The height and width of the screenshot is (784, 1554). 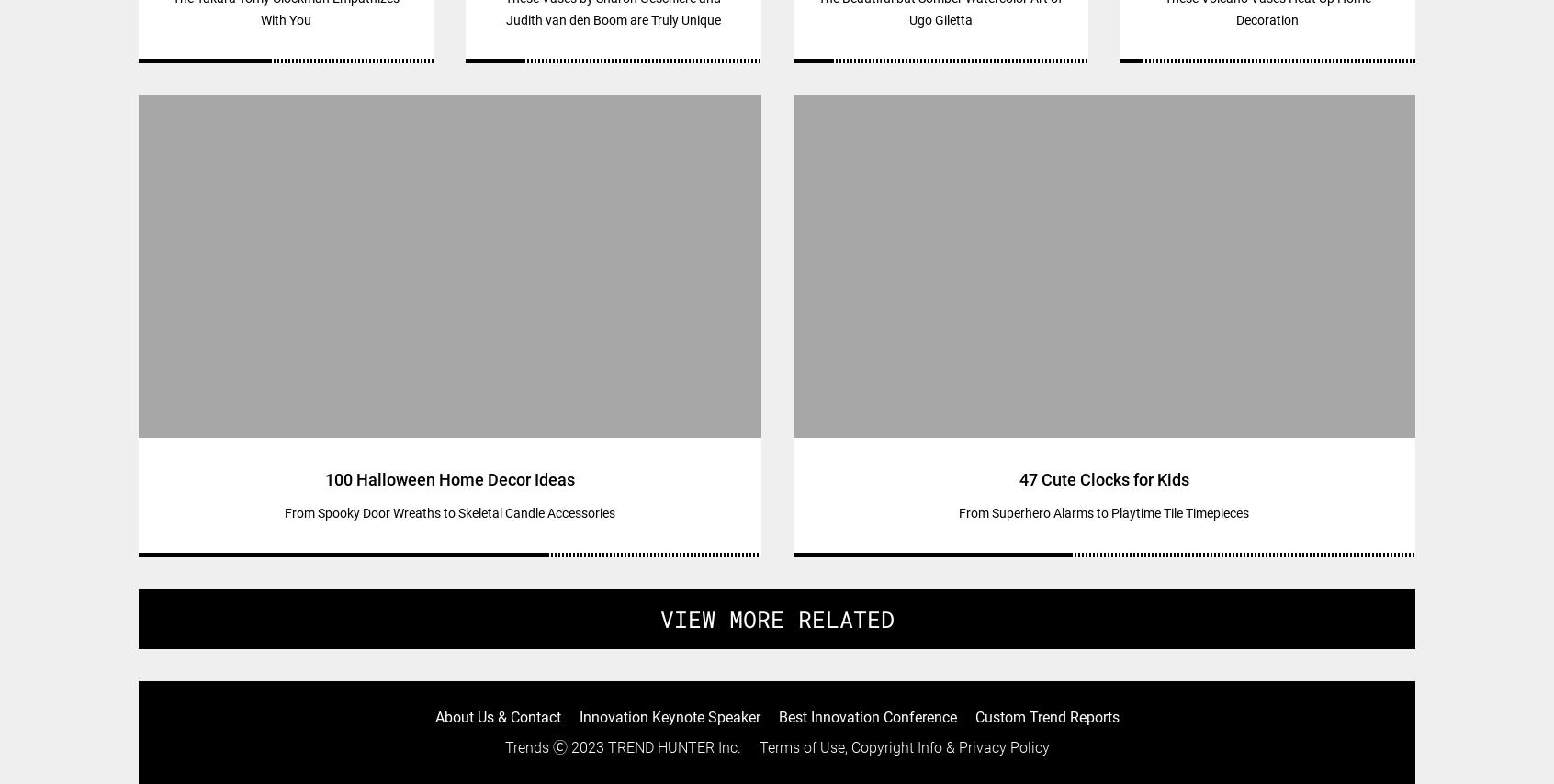 What do you see at coordinates (504, 745) in the screenshot?
I see `'Trends'` at bounding box center [504, 745].